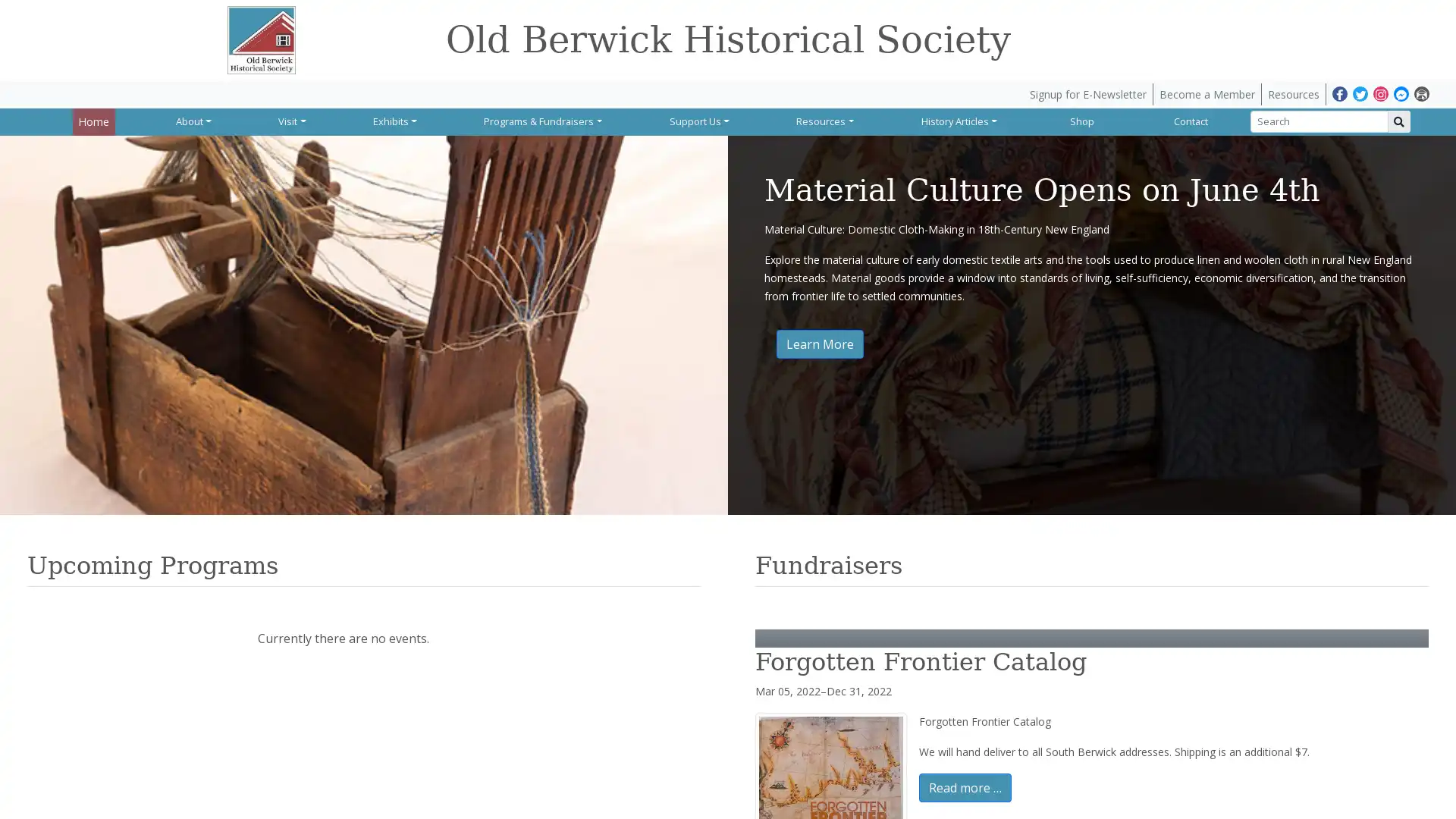  Describe the element at coordinates (824, 120) in the screenshot. I see `Resources` at that location.